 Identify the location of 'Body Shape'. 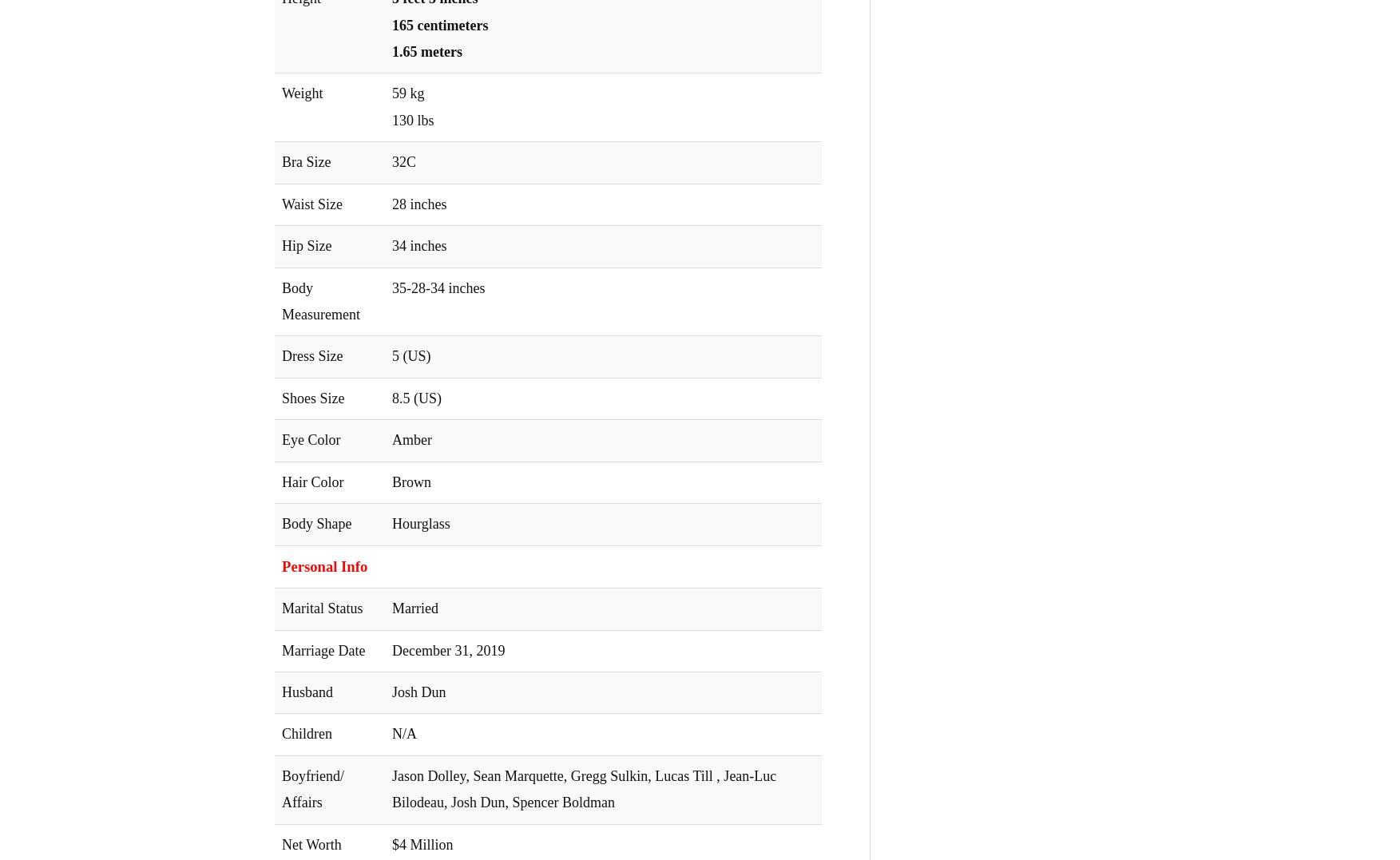
(316, 524).